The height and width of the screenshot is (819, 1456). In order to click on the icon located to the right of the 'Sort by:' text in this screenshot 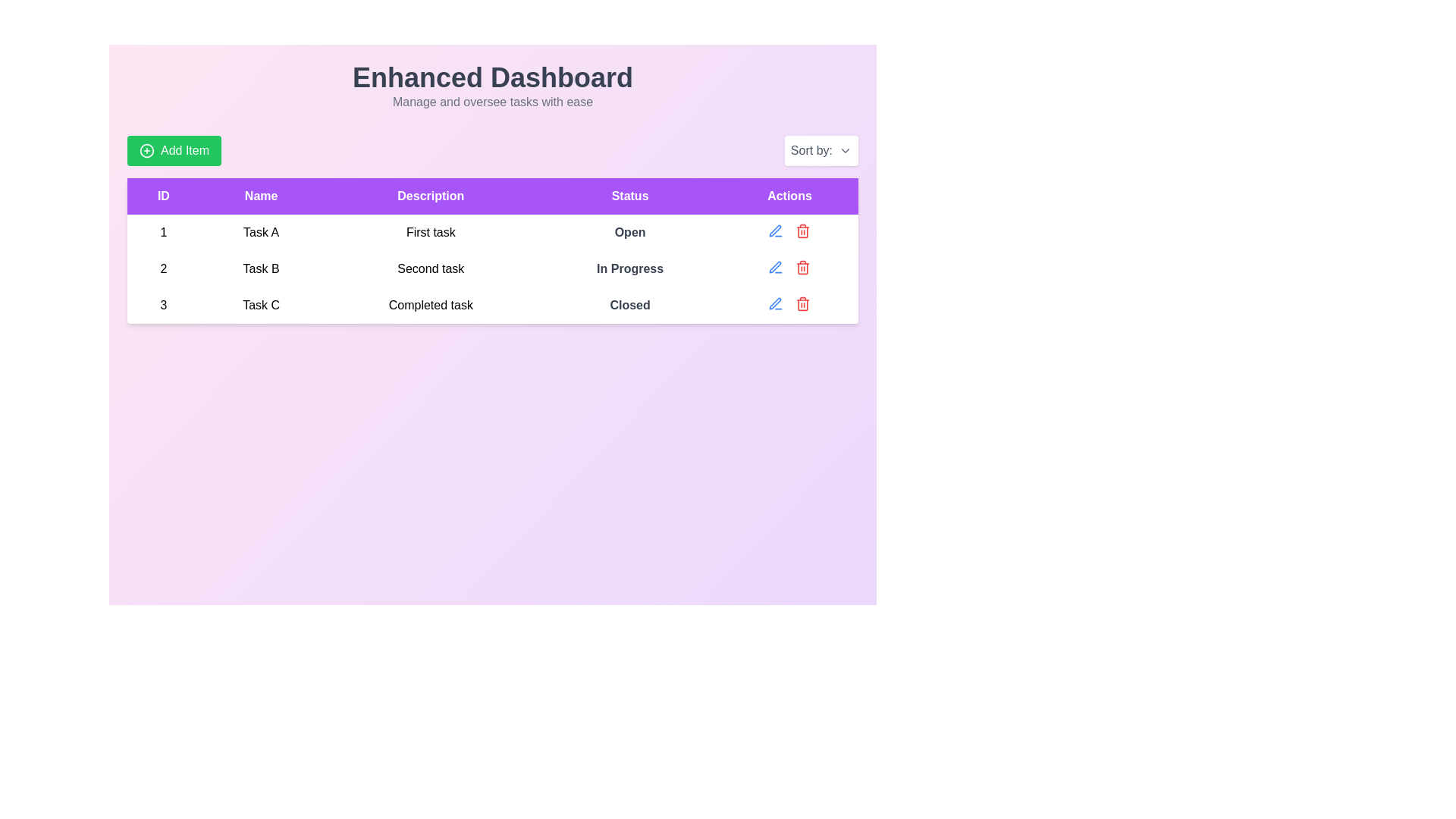, I will do `click(844, 151)`.